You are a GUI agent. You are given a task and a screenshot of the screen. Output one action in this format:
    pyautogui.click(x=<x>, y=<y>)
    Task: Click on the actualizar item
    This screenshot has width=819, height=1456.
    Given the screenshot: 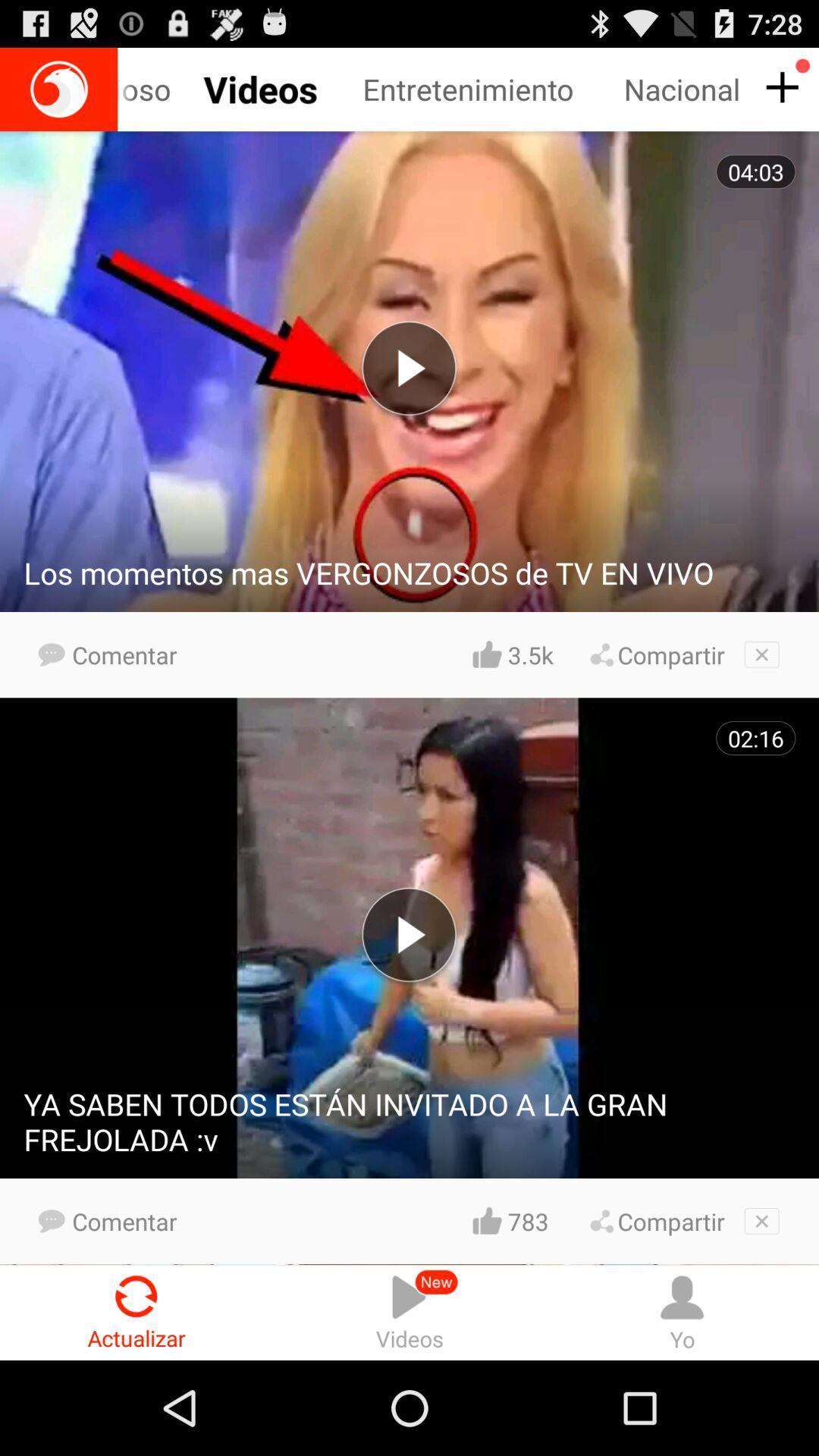 What is the action you would take?
    pyautogui.click(x=136, y=1312)
    